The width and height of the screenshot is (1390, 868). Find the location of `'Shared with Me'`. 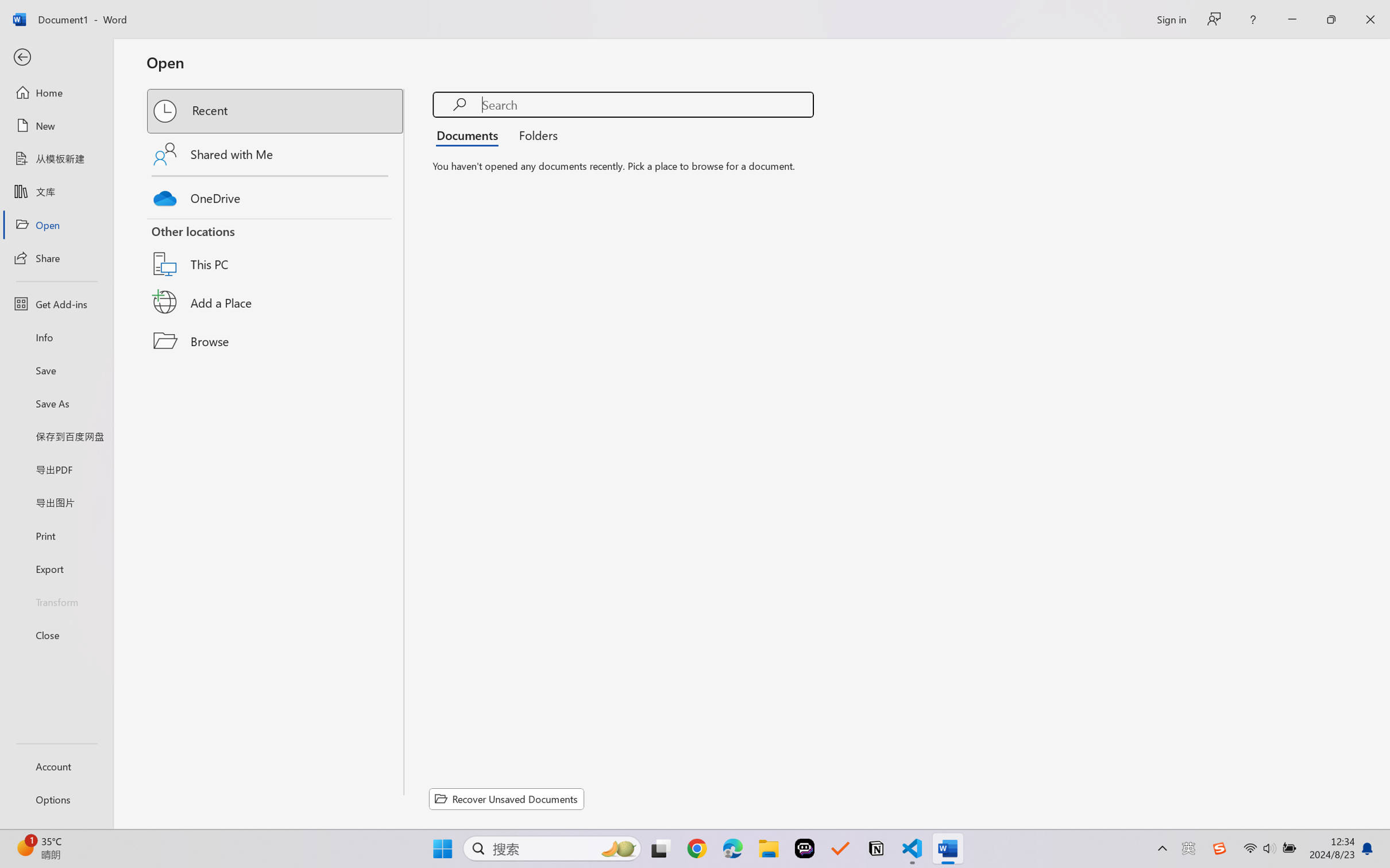

'Shared with Me' is located at coordinates (276, 153).